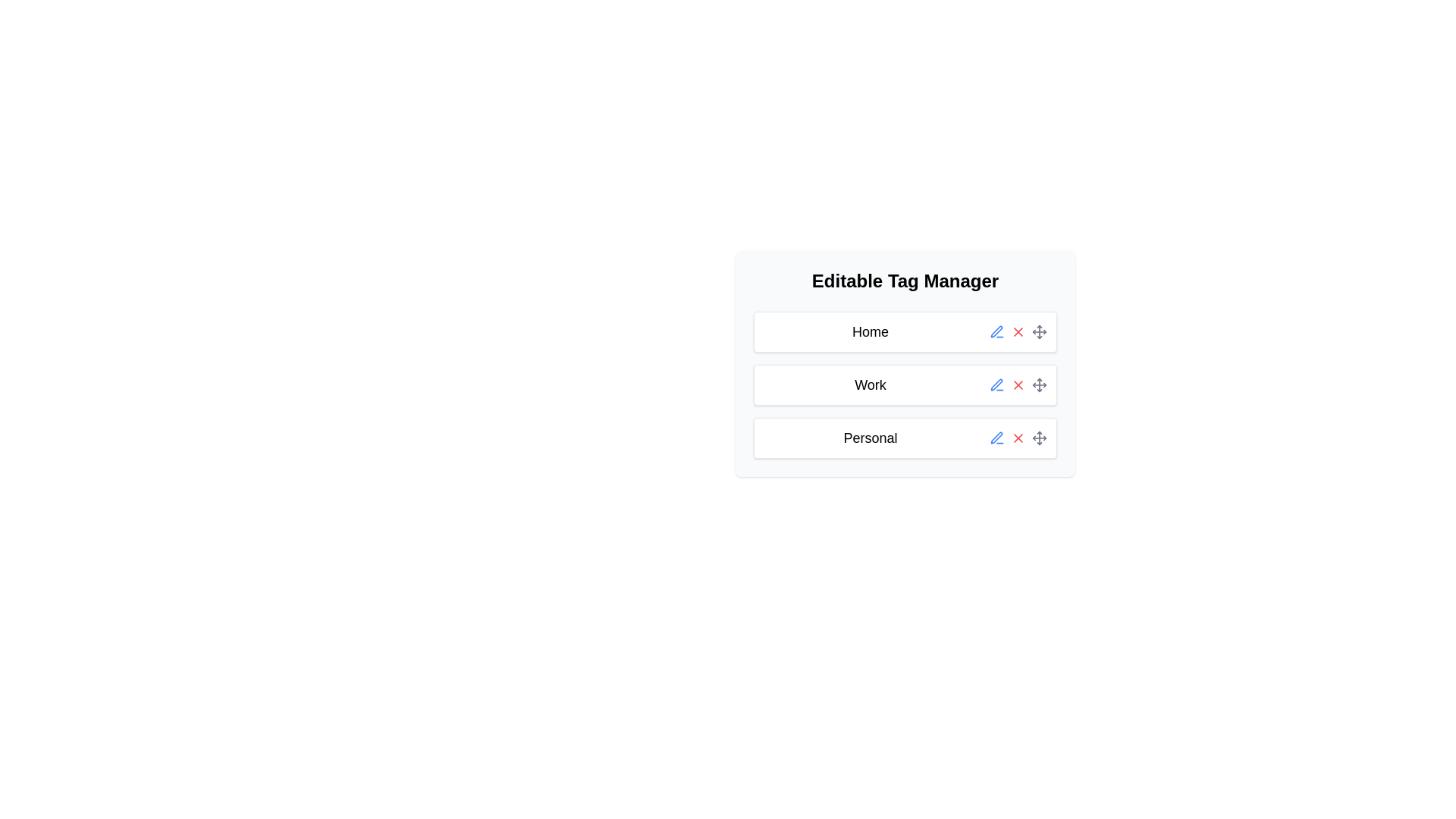  Describe the element at coordinates (905, 438) in the screenshot. I see `the 'Personal' tag card at the bottom of the panel under 'Editable Tag Manager'` at that location.